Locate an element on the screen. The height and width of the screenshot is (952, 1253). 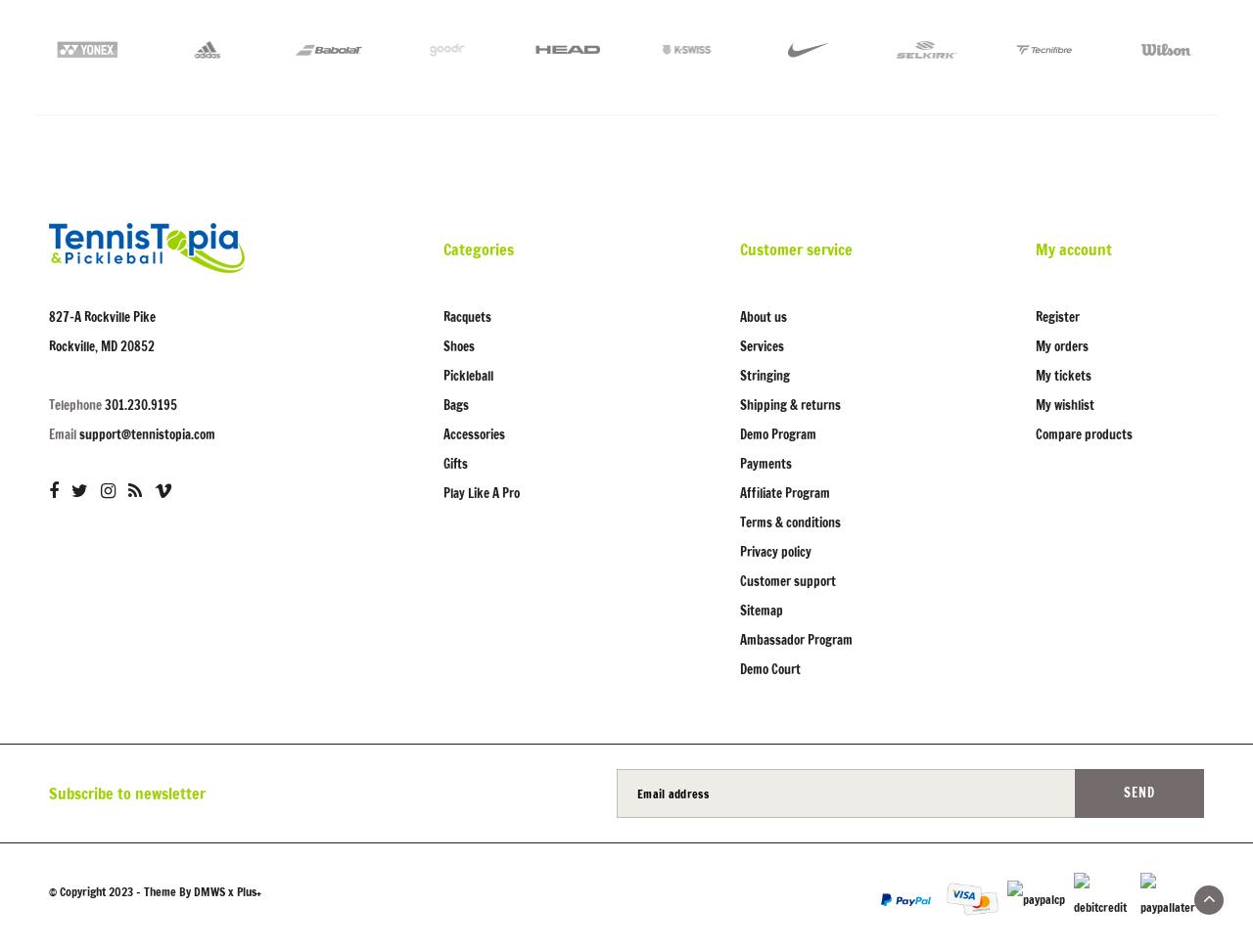
'x' is located at coordinates (231, 890).